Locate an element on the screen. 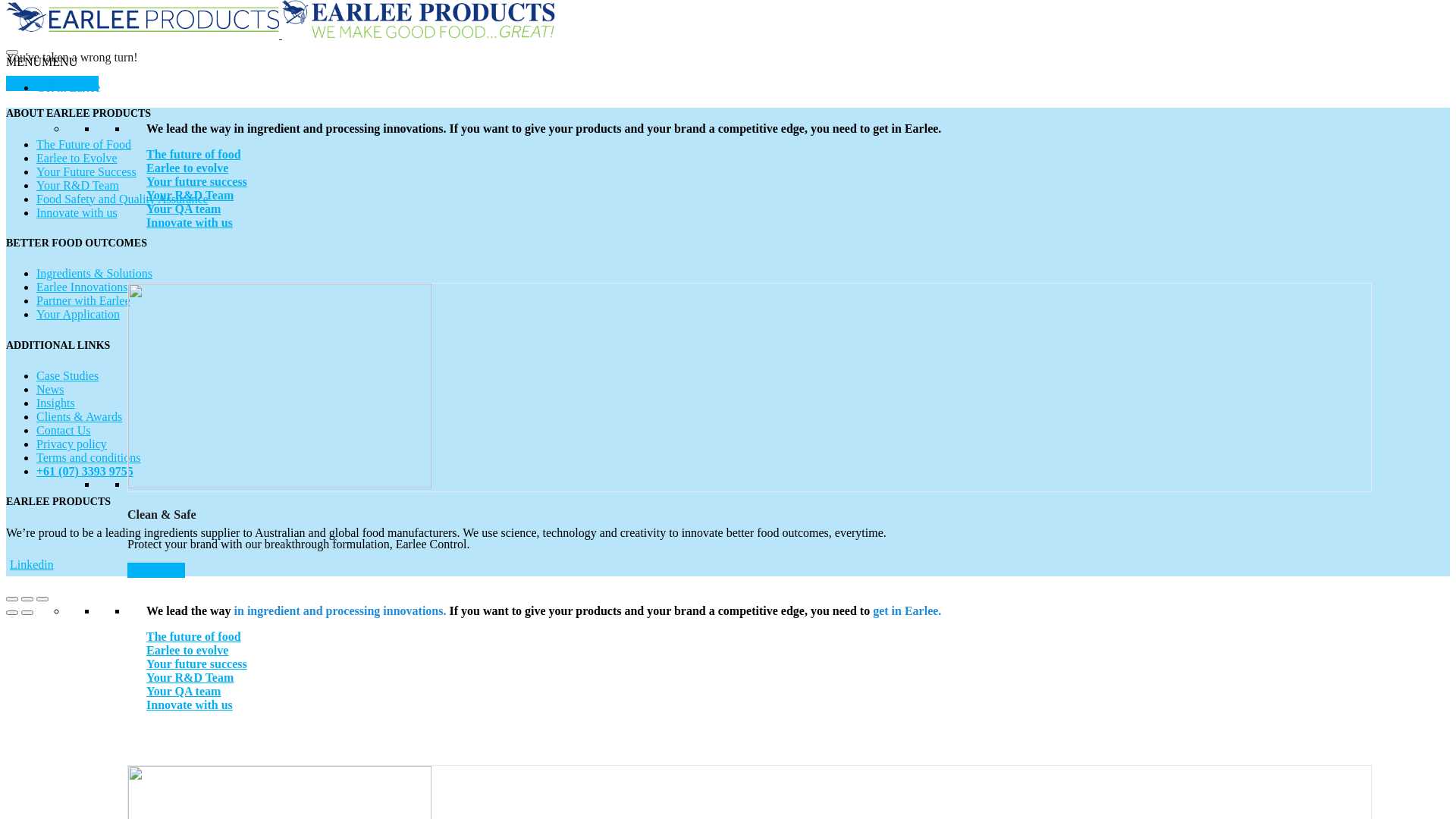 This screenshot has width=1456, height=819. 'Food Safety and Quality Assurance' is located at coordinates (122, 198).